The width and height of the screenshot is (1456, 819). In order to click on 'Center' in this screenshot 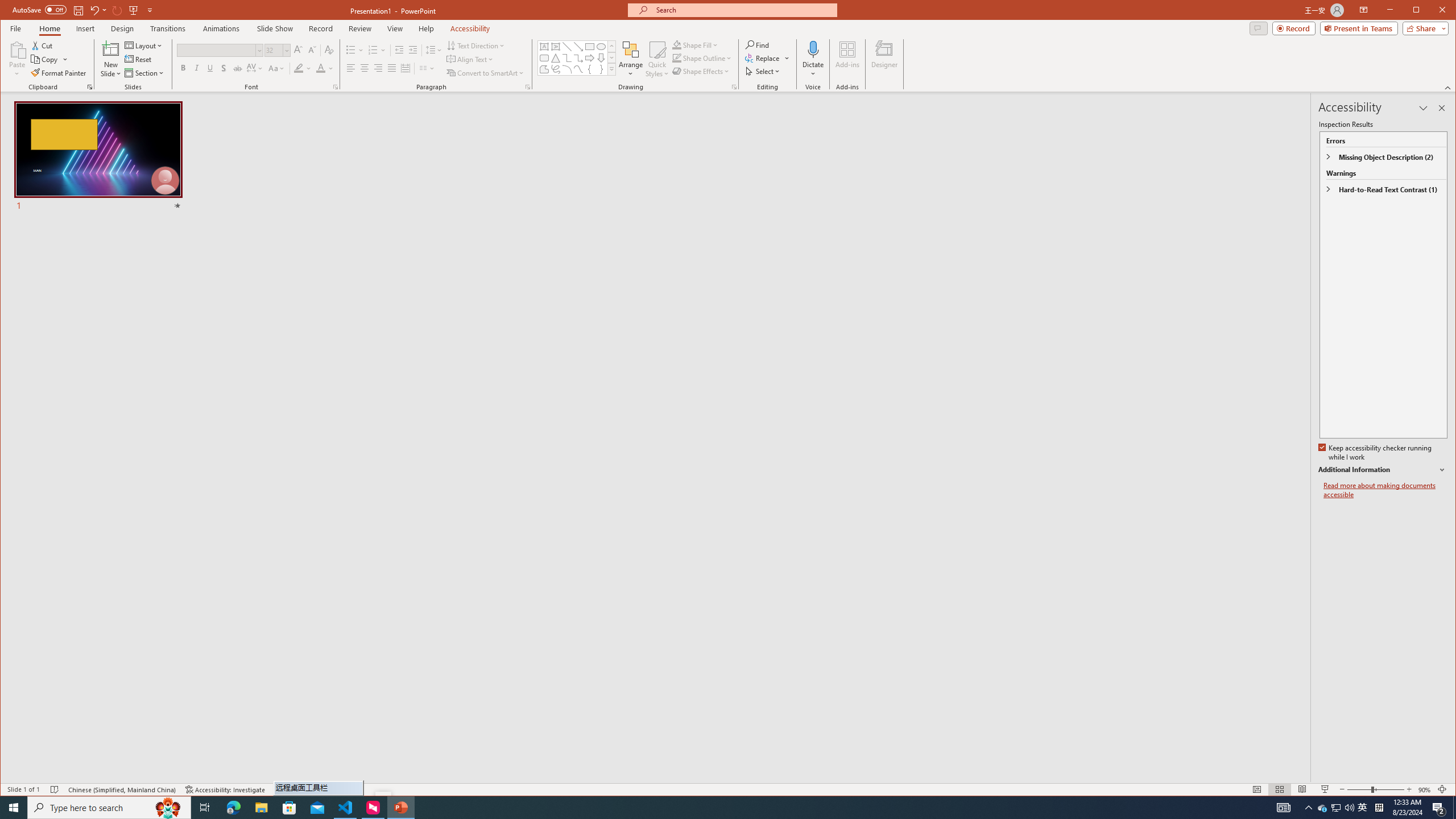, I will do `click(364, 68)`.